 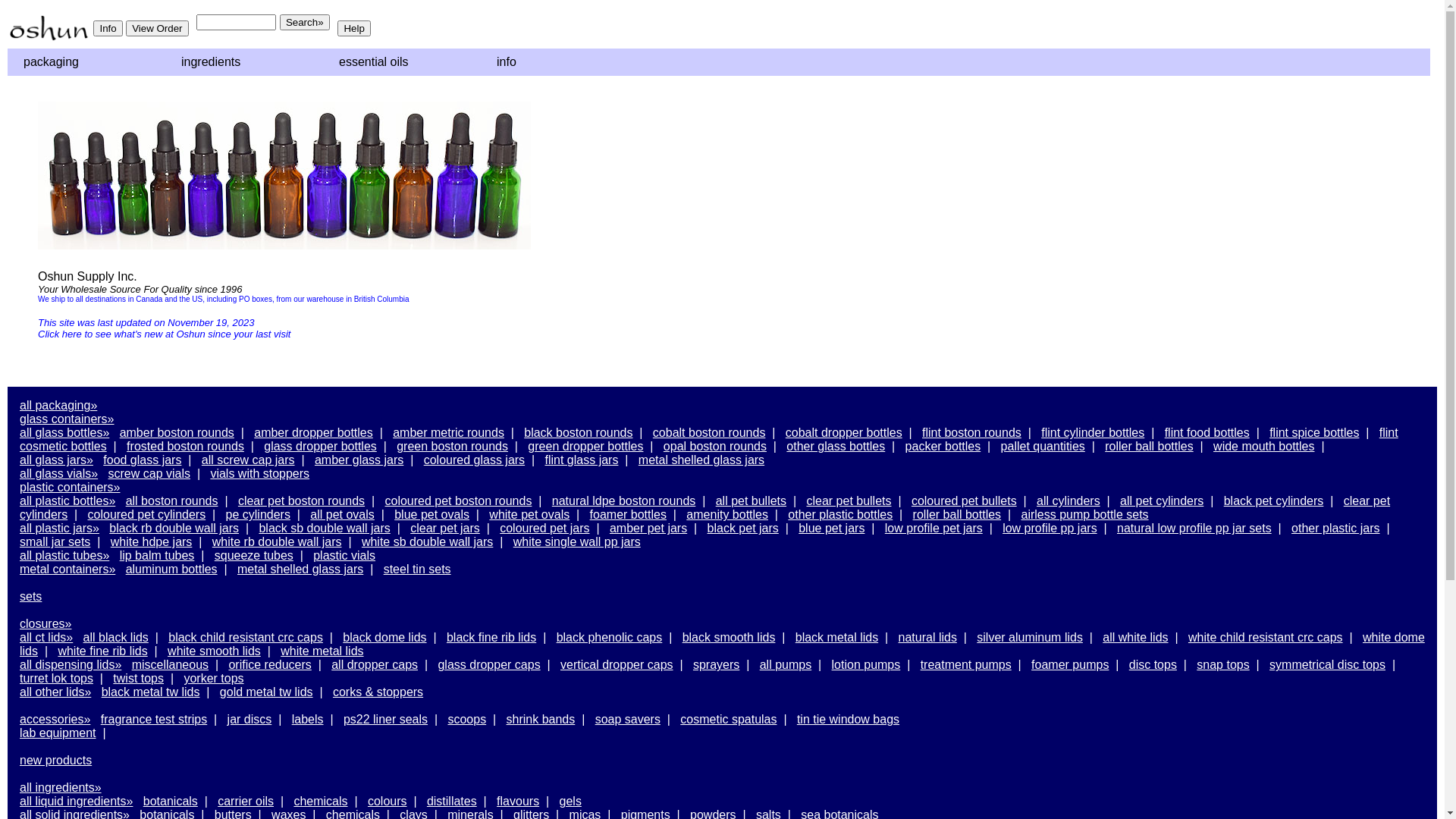 What do you see at coordinates (556, 61) in the screenshot?
I see `'info'` at bounding box center [556, 61].